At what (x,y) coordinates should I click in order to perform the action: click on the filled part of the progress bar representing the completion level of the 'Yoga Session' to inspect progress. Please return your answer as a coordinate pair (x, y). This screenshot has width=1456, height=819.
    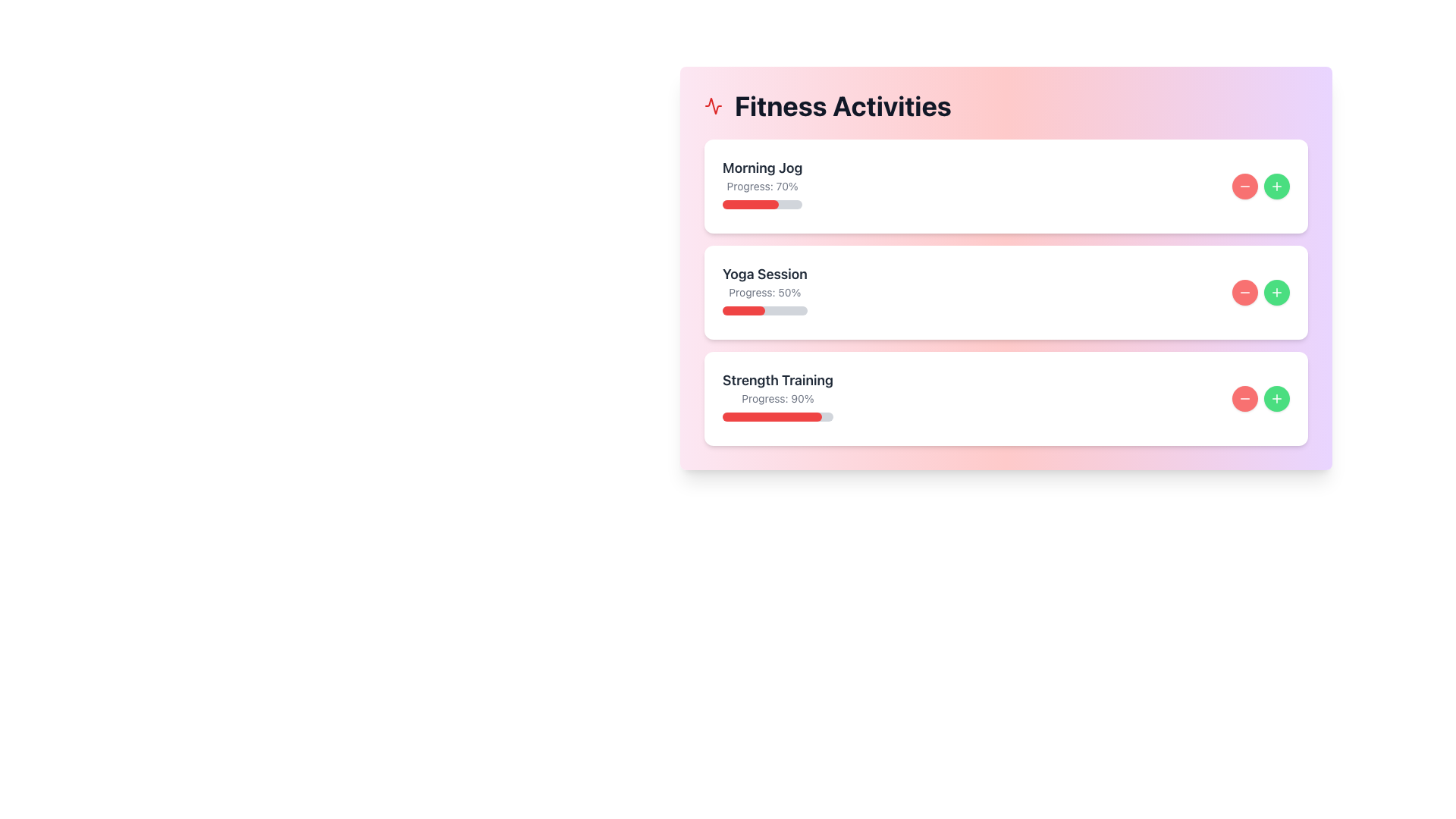
    Looking at the image, I should click on (764, 309).